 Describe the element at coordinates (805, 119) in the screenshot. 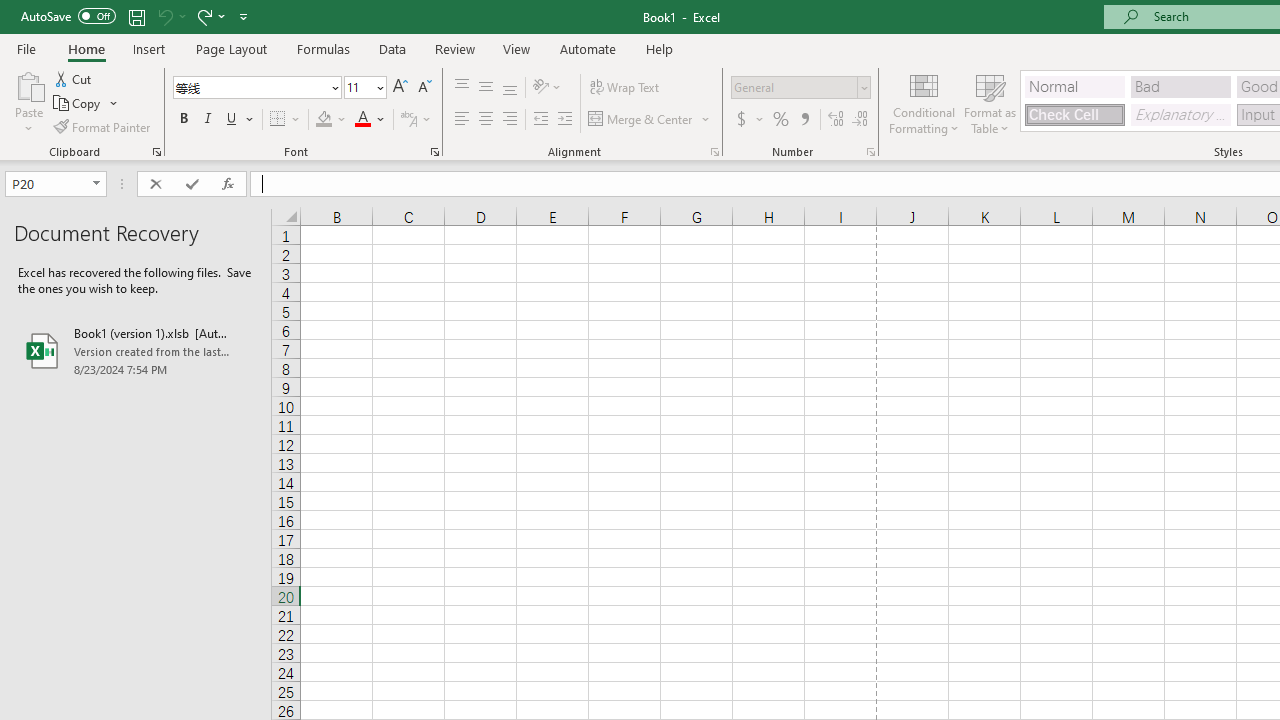

I see `'Comma Style'` at that location.